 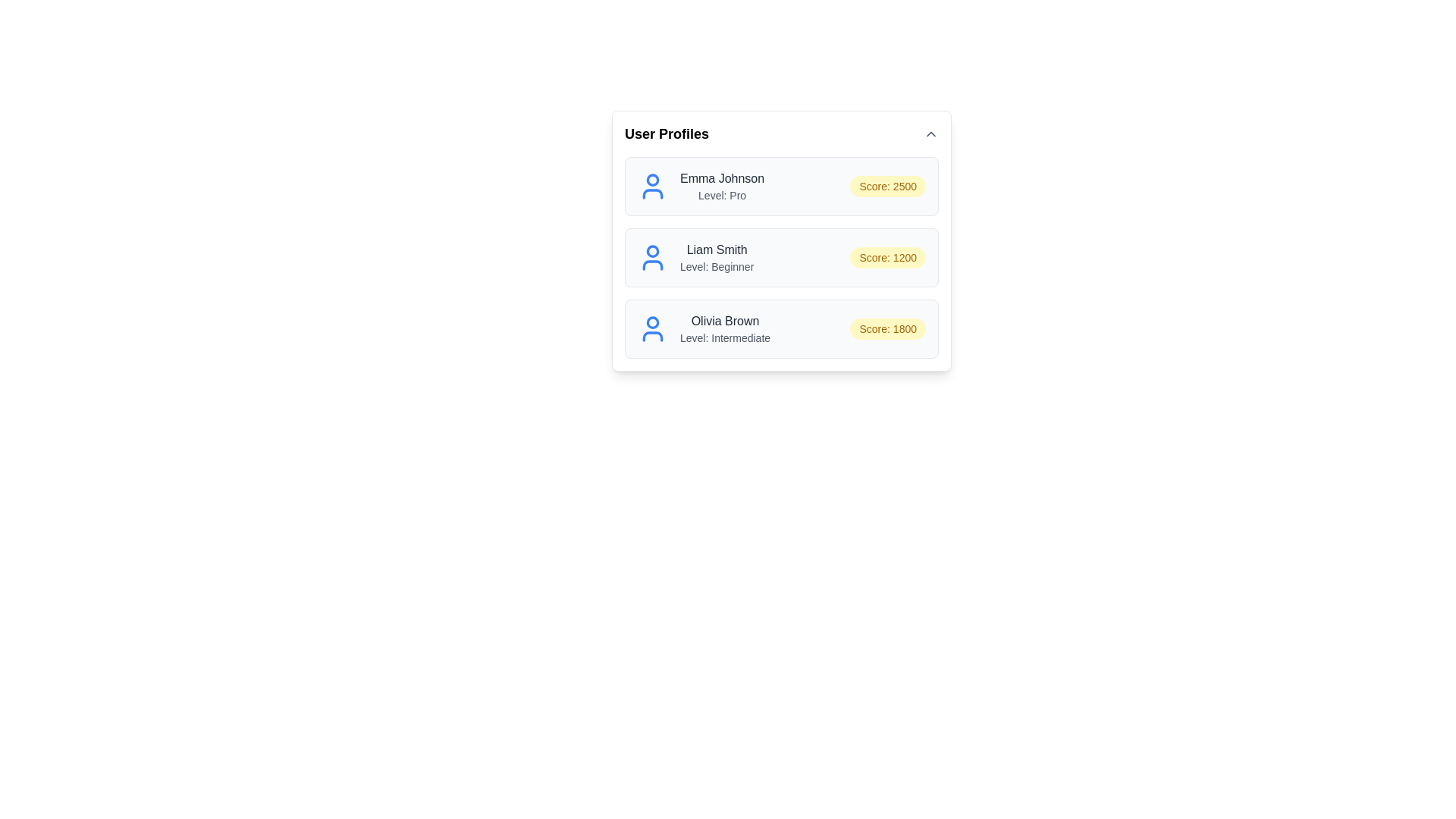 I want to click on the Text Display with Icon that shows user information, including name and level, located in the top section of the User Profiles list, so click(x=700, y=186).